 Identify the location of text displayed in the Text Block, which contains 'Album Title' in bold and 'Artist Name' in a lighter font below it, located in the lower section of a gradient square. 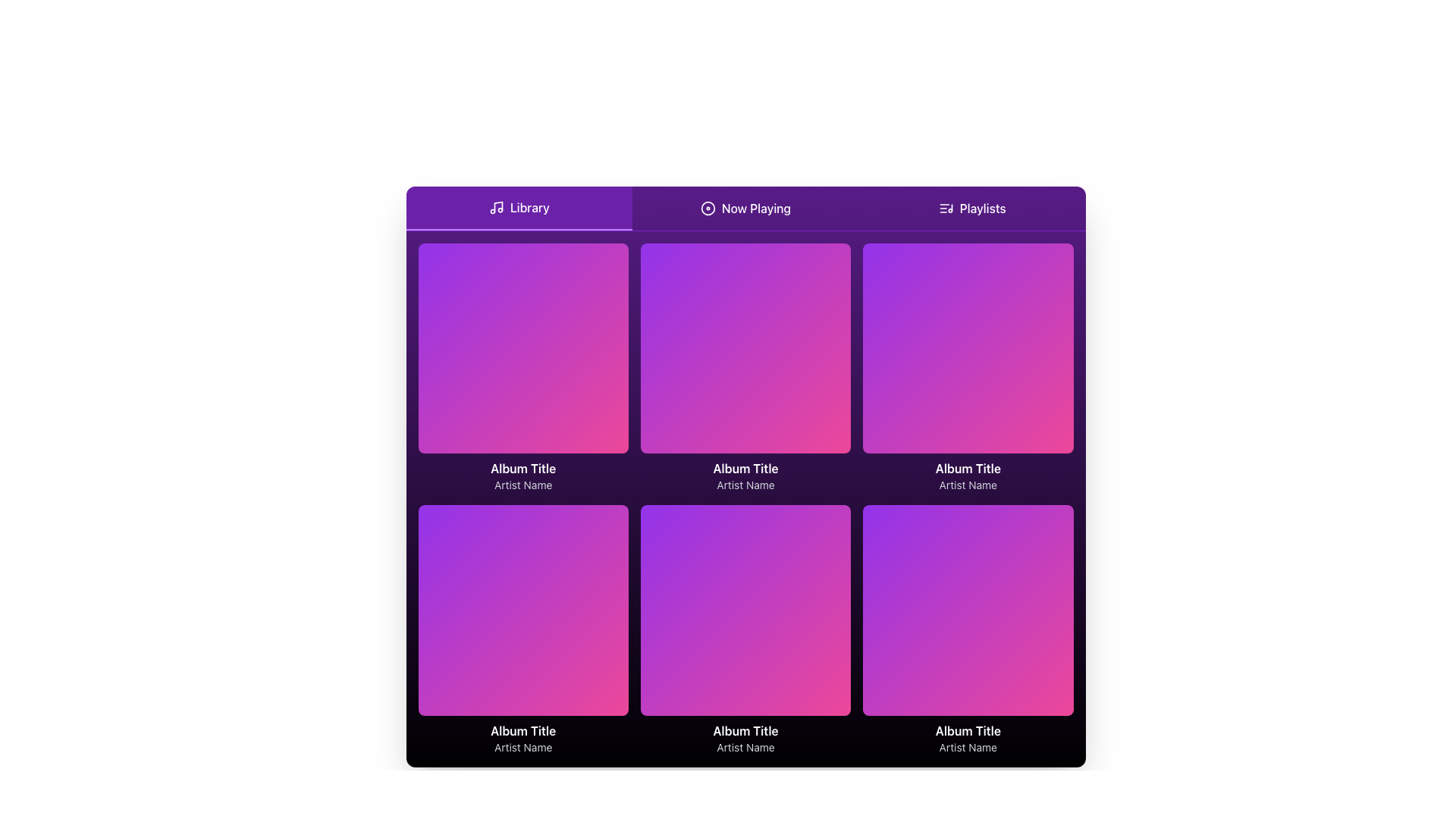
(523, 475).